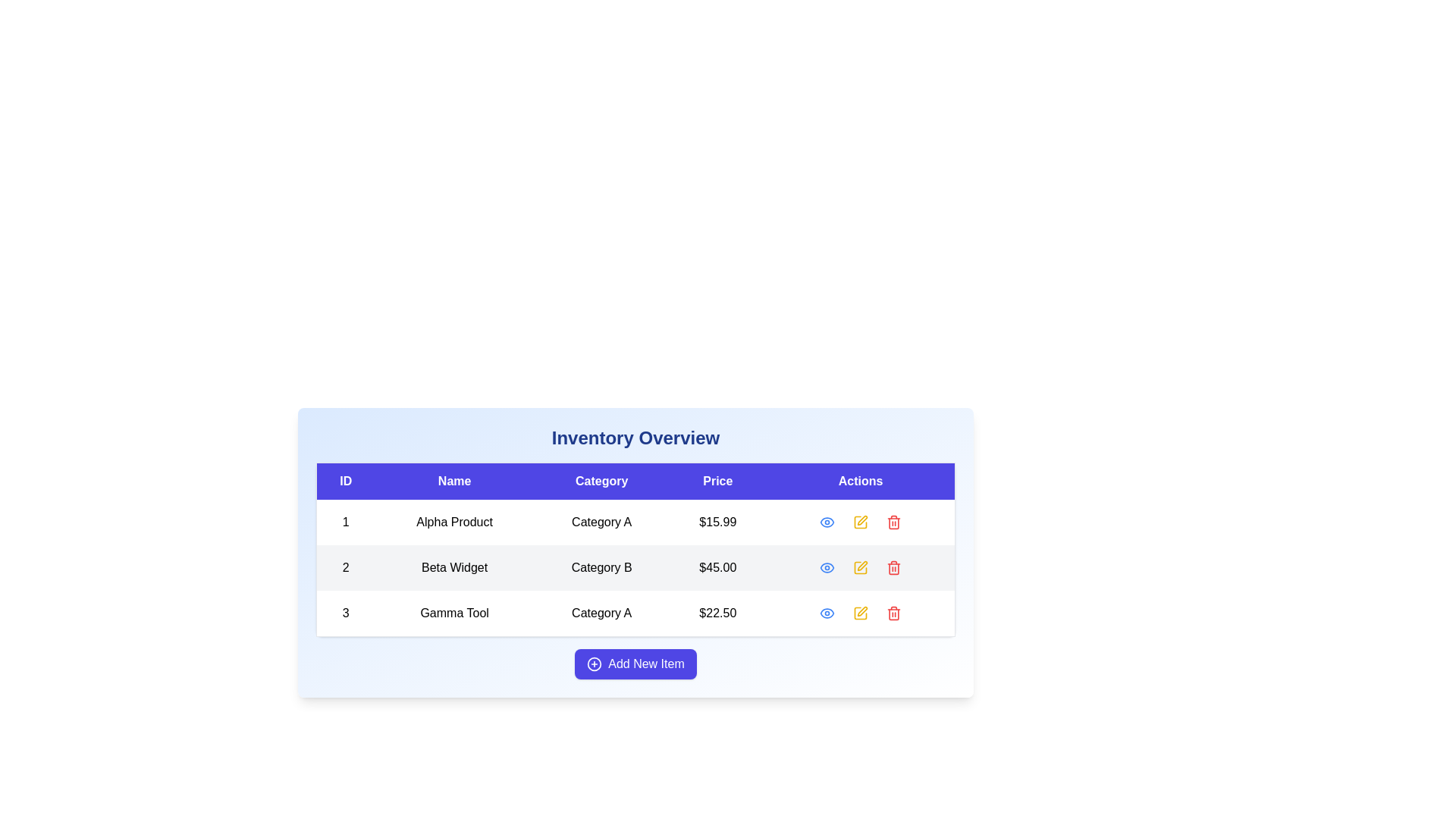  I want to click on the red trash icon button located in the second row of the table under the 'Actions' column for keyboard interaction, so click(894, 567).